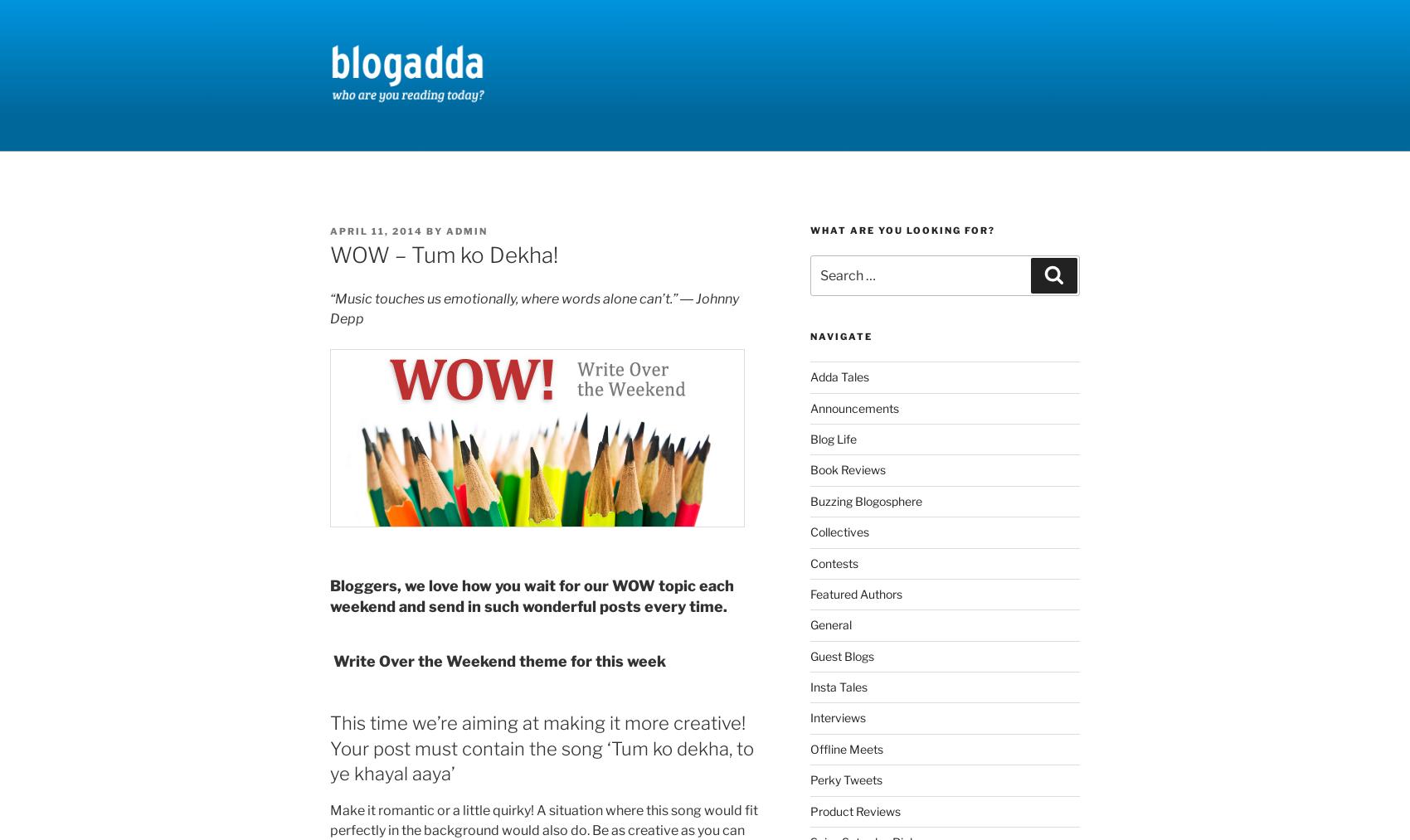 This screenshot has width=1410, height=840. What do you see at coordinates (434, 230) in the screenshot?
I see `'by'` at bounding box center [434, 230].